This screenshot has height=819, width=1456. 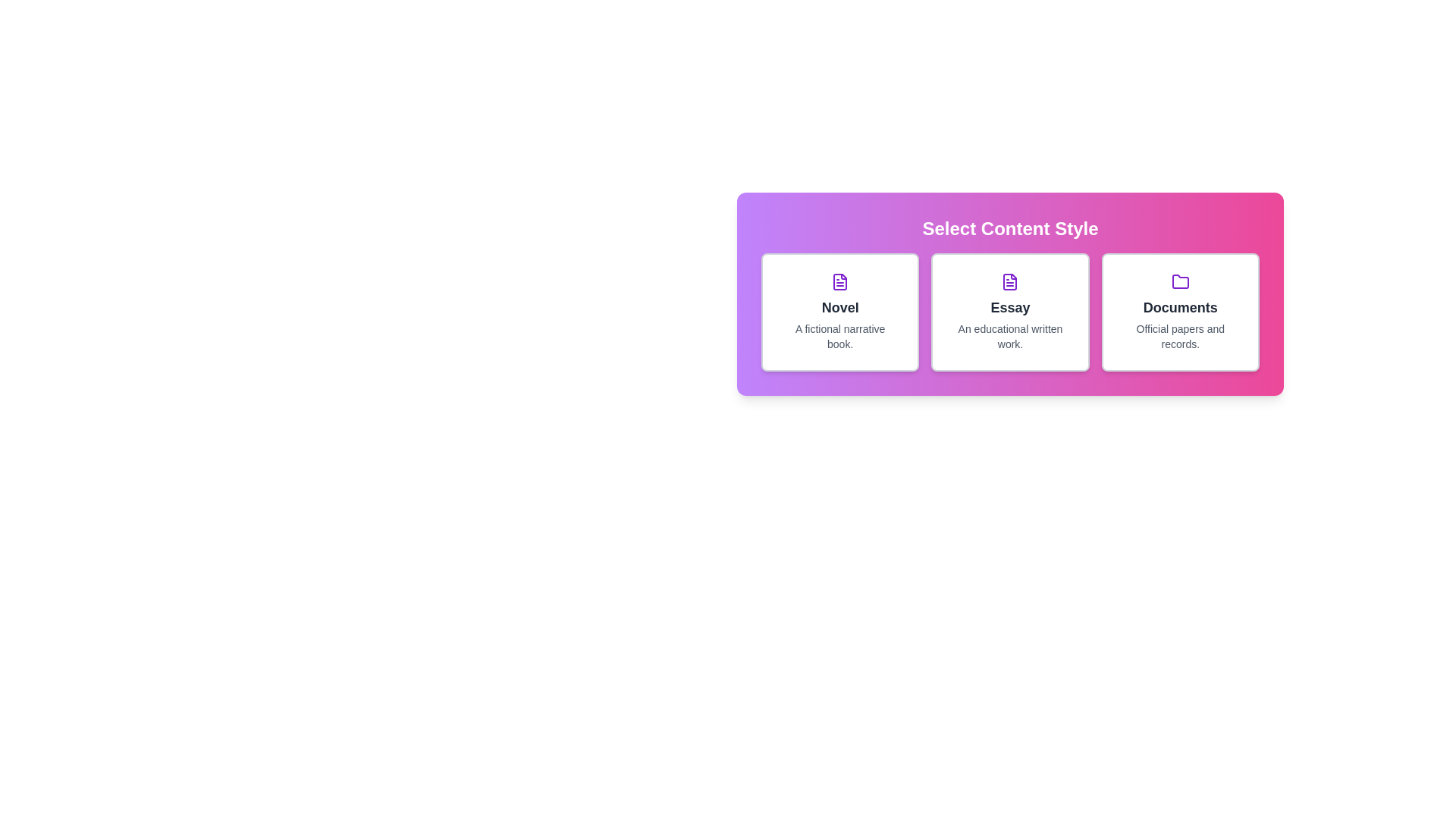 I want to click on the 'Documents' icon, which is the central feature of the 'Documents' card in the 'Select Content Style' interface, positioned at the top of its corresponding text, so click(x=1179, y=281).